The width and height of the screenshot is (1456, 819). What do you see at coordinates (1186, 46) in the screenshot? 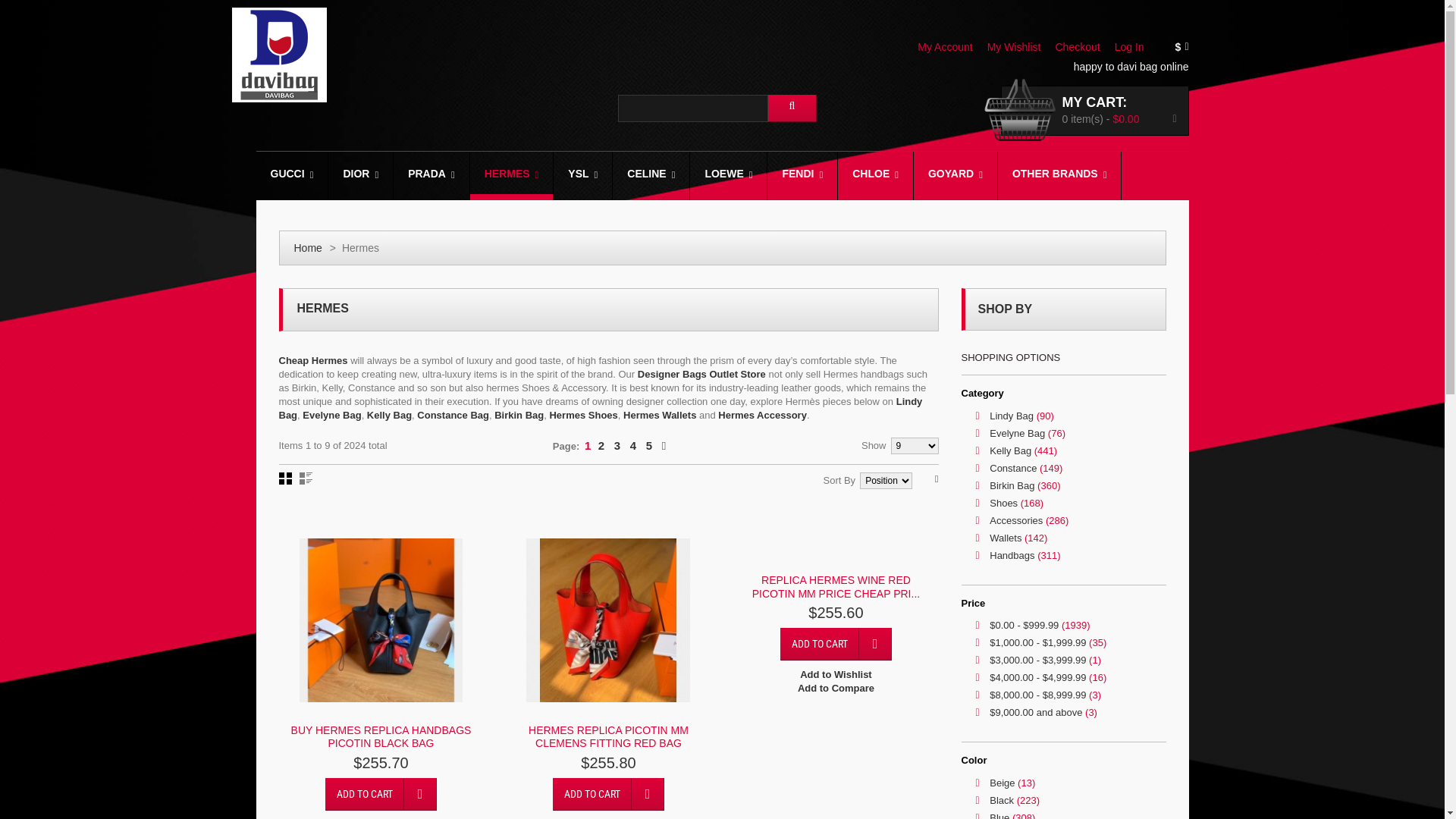
I see `'$'` at bounding box center [1186, 46].